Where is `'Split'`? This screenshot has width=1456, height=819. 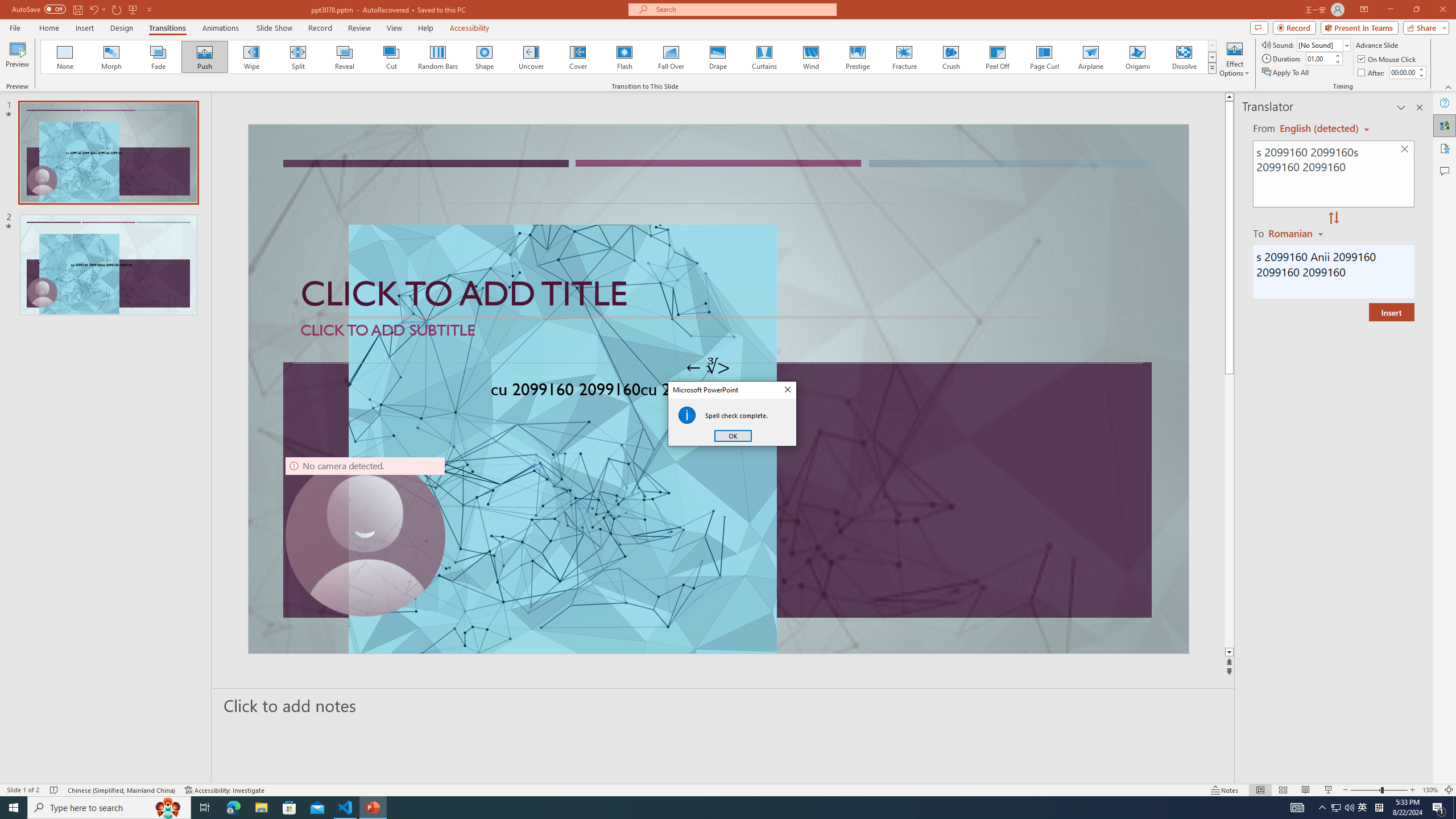 'Split' is located at coordinates (297, 56).